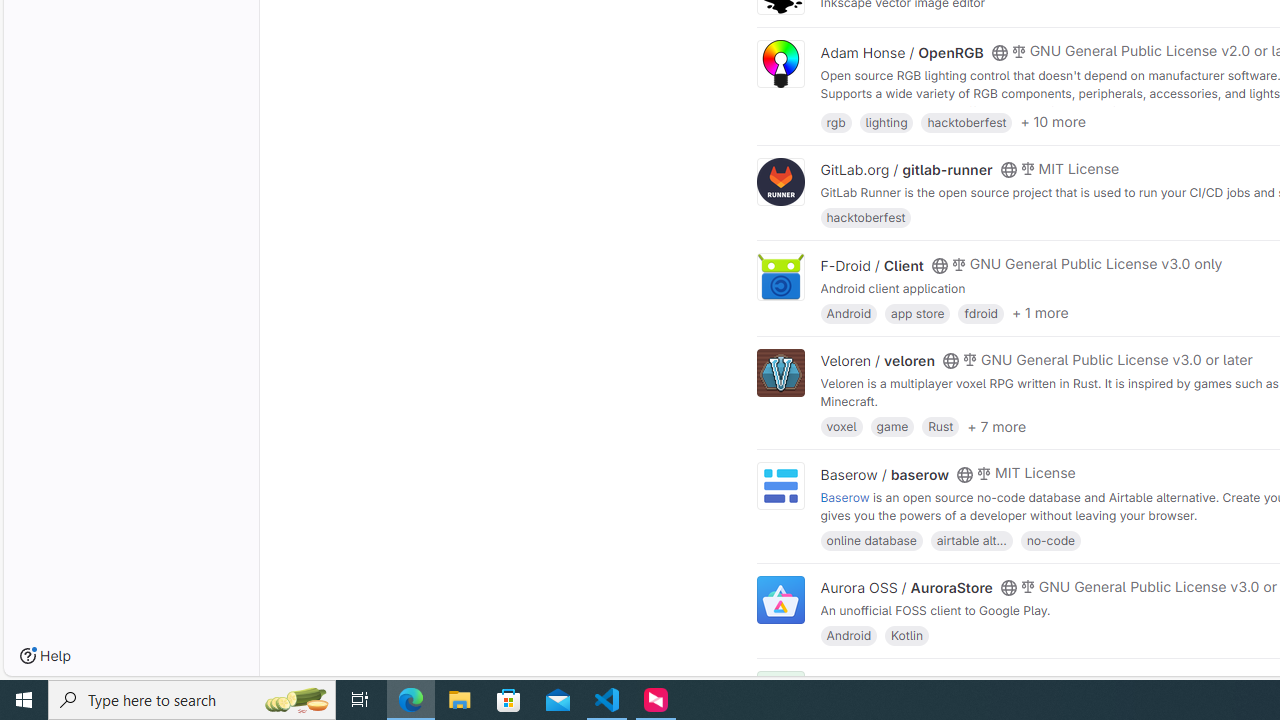  What do you see at coordinates (905, 169) in the screenshot?
I see `'GitLab.org / gitlab-runner'` at bounding box center [905, 169].